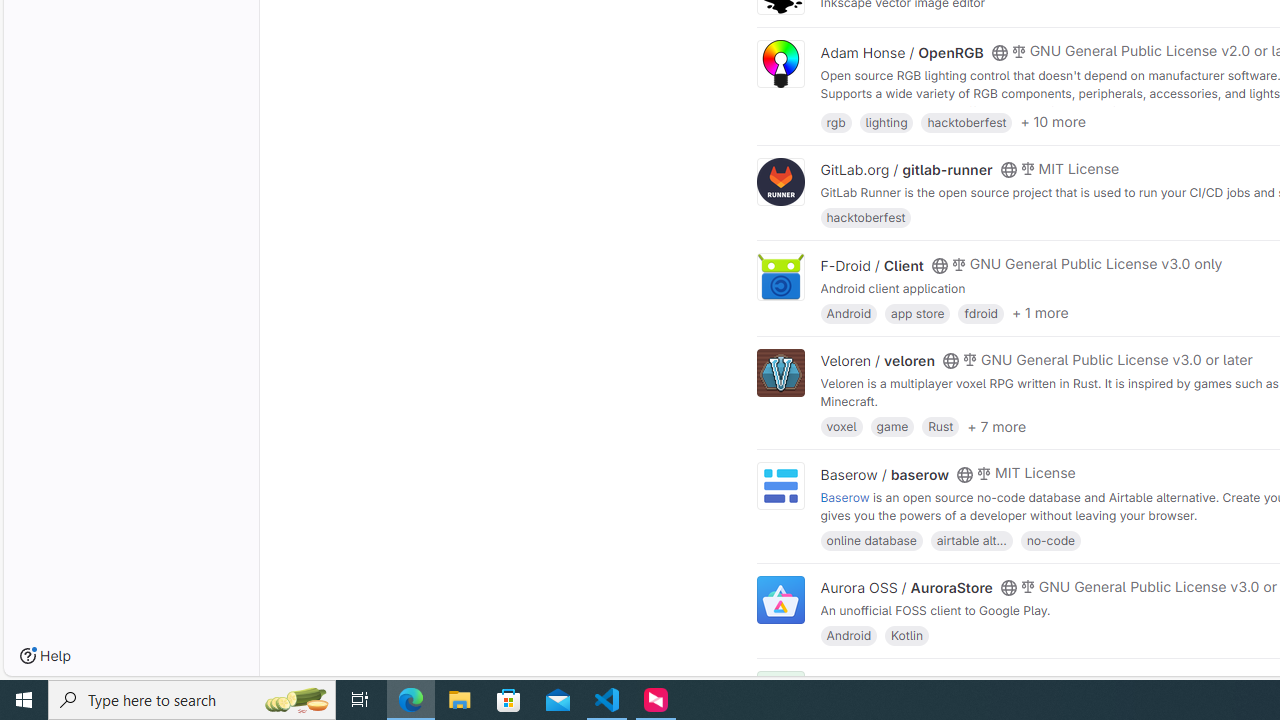  What do you see at coordinates (905, 169) in the screenshot?
I see `'GitLab.org / gitlab-runner'` at bounding box center [905, 169].